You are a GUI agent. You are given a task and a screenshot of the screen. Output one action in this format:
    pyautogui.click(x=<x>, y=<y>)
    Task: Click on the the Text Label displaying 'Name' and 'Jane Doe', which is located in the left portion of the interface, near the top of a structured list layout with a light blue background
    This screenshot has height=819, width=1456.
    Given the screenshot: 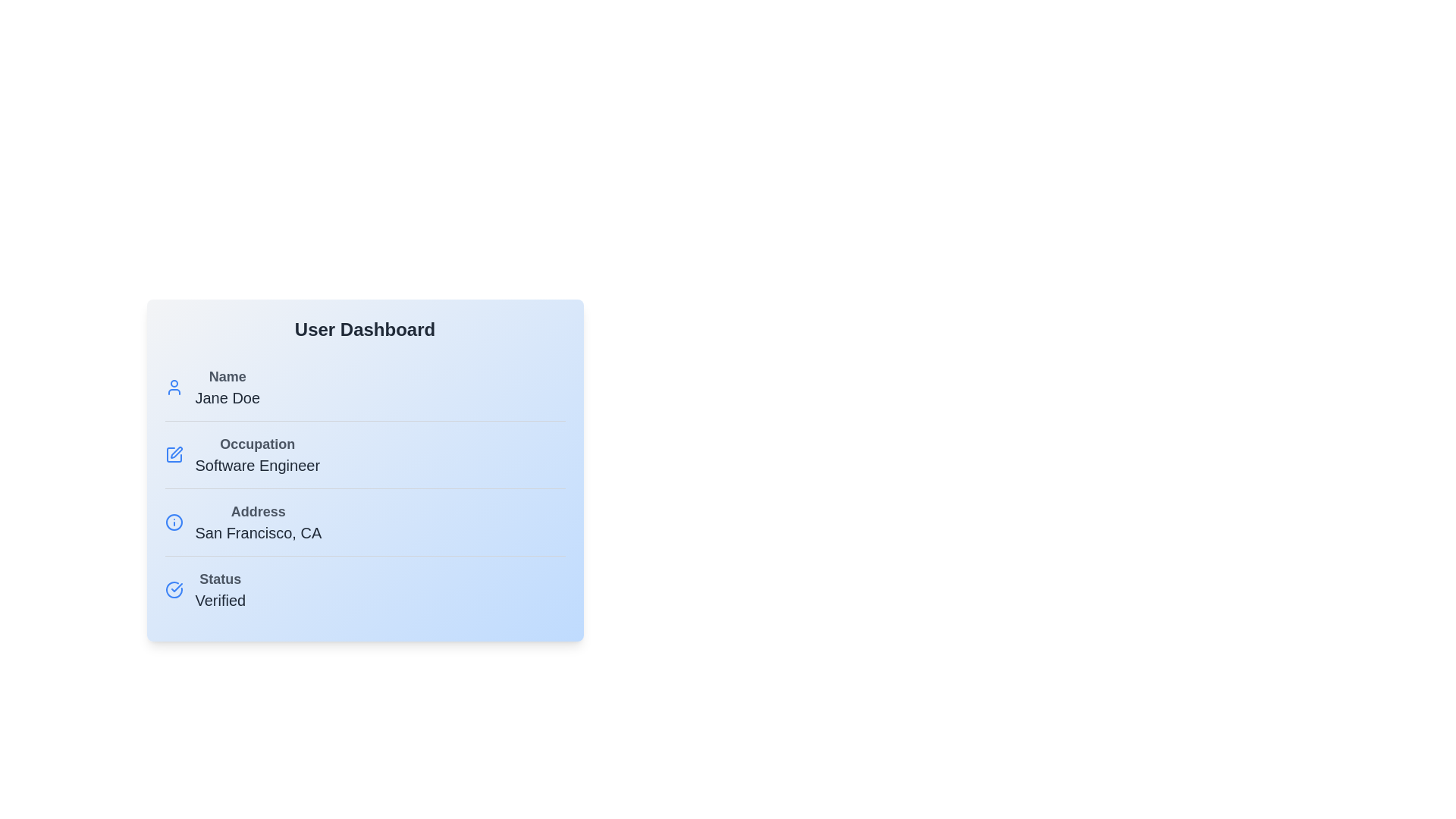 What is the action you would take?
    pyautogui.click(x=227, y=386)
    